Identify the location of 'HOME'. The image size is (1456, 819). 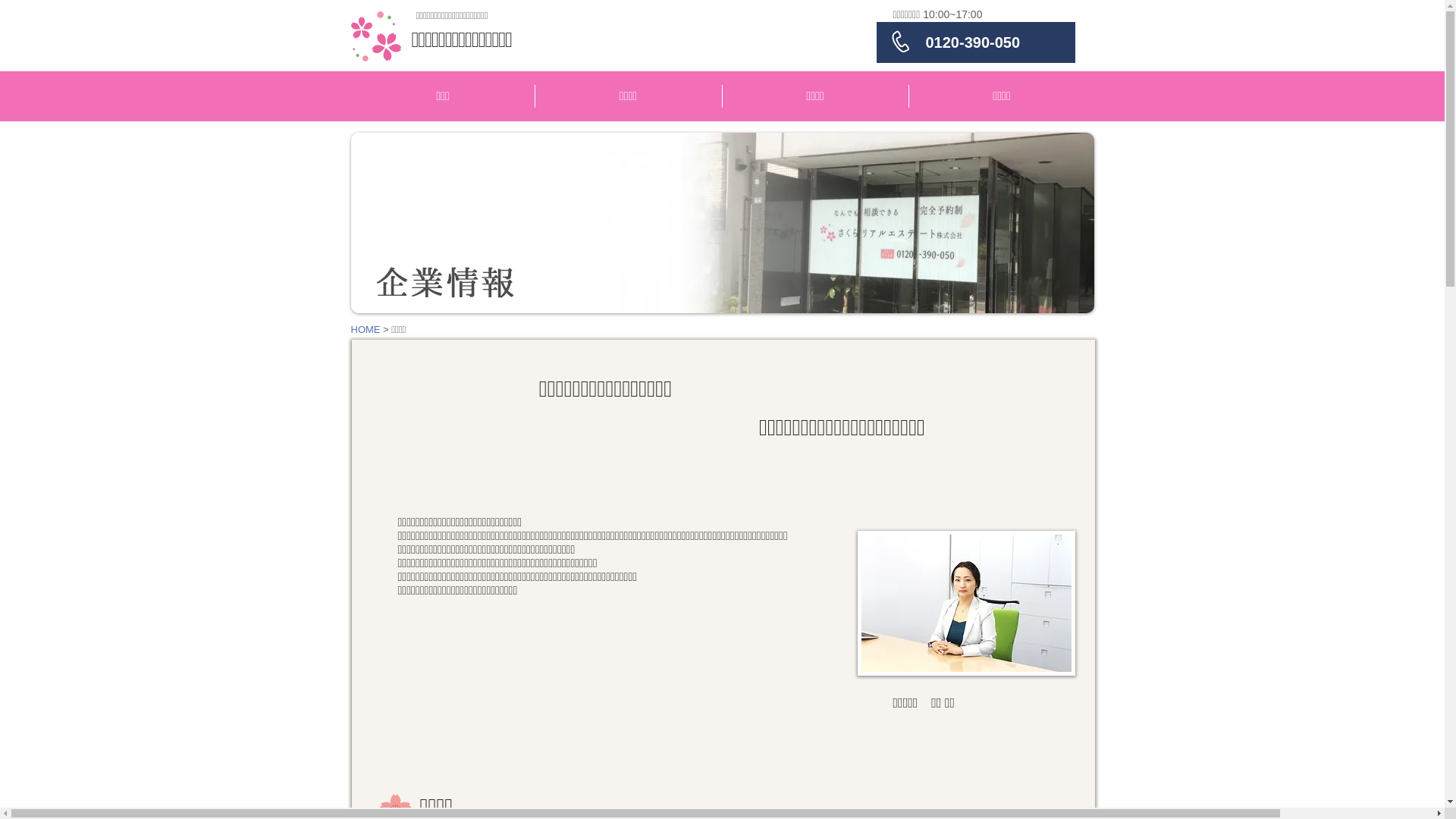
(365, 328).